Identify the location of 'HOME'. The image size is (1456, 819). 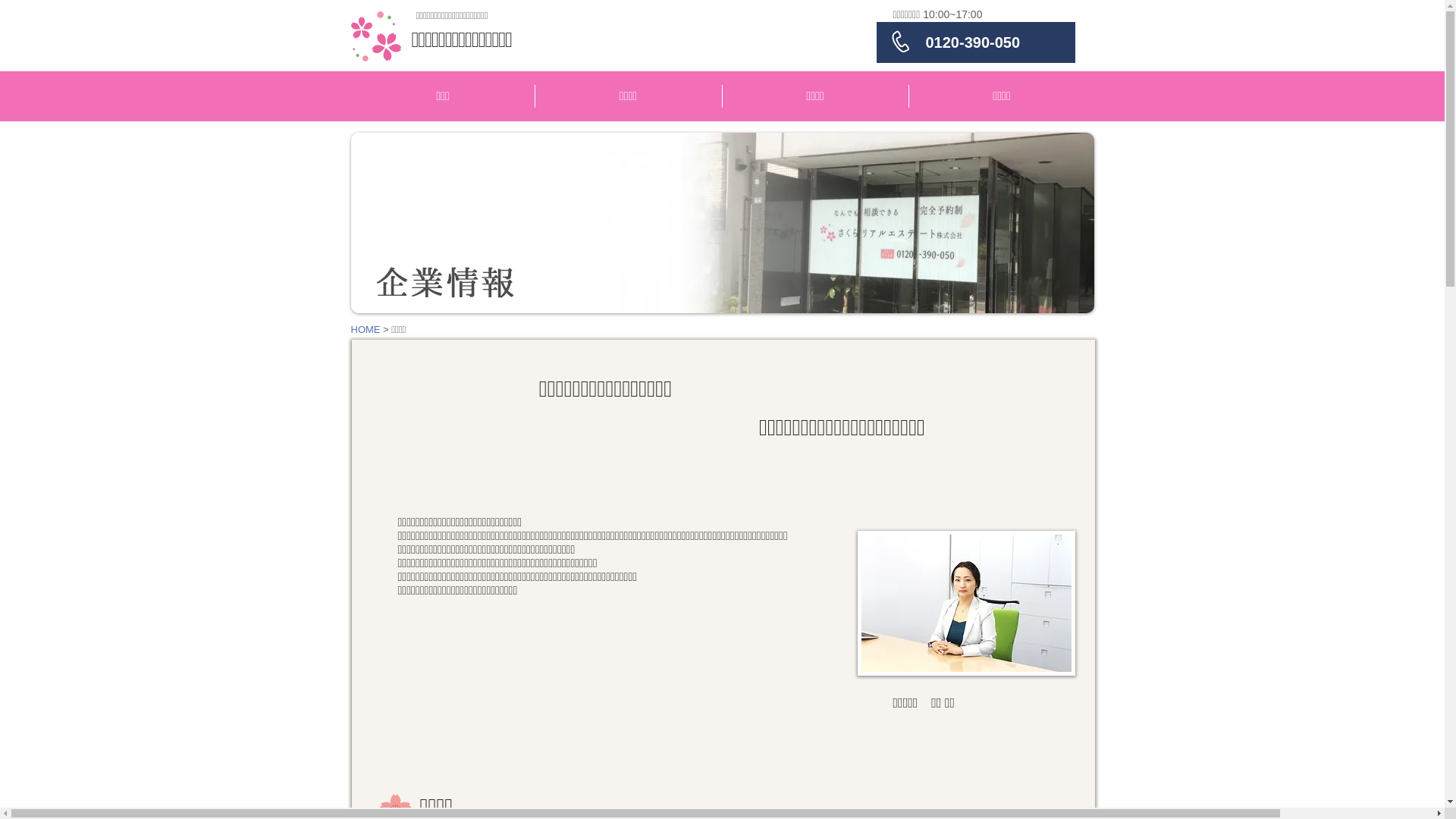
(365, 328).